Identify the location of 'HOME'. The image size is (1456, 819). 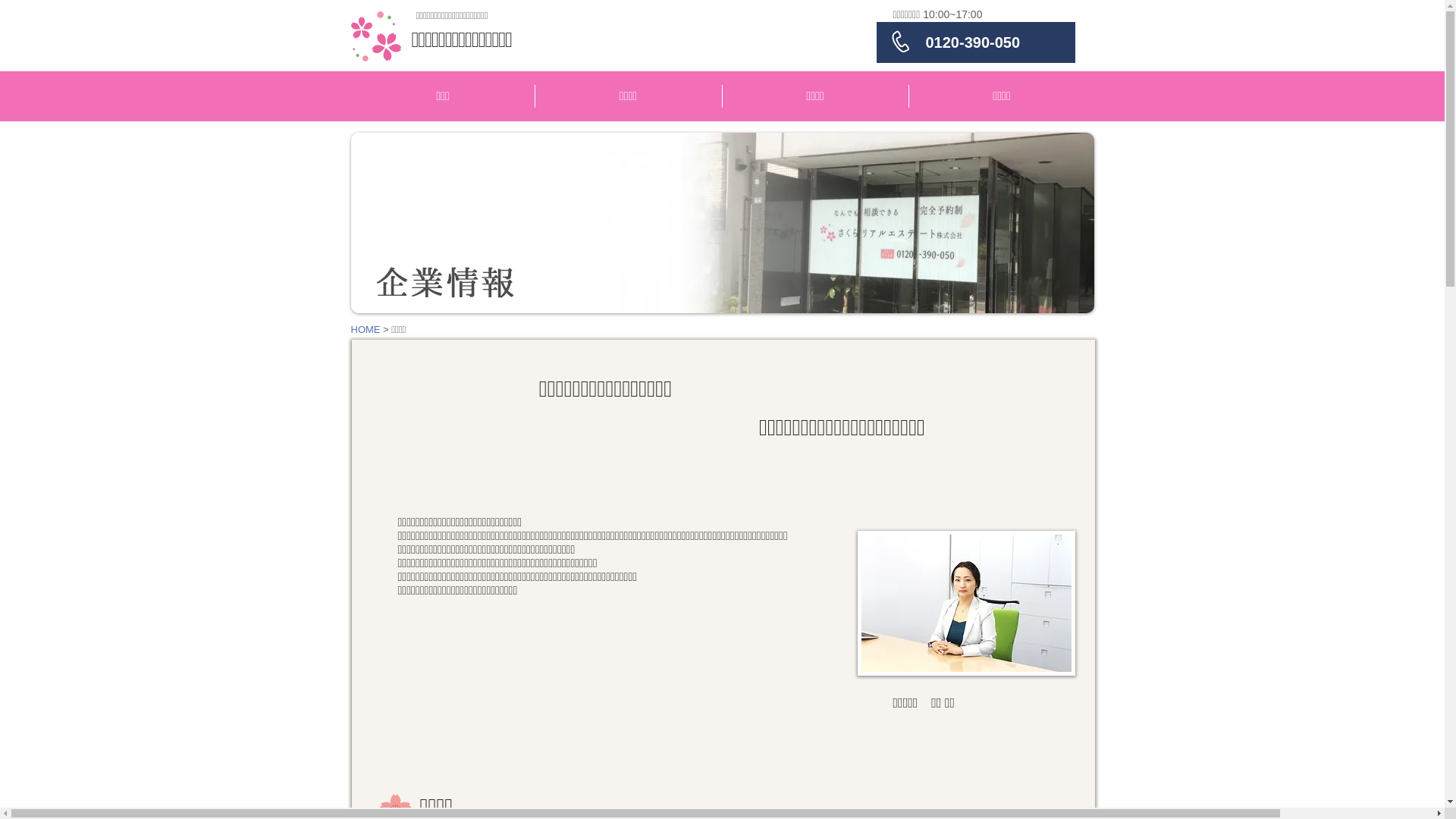
(365, 328).